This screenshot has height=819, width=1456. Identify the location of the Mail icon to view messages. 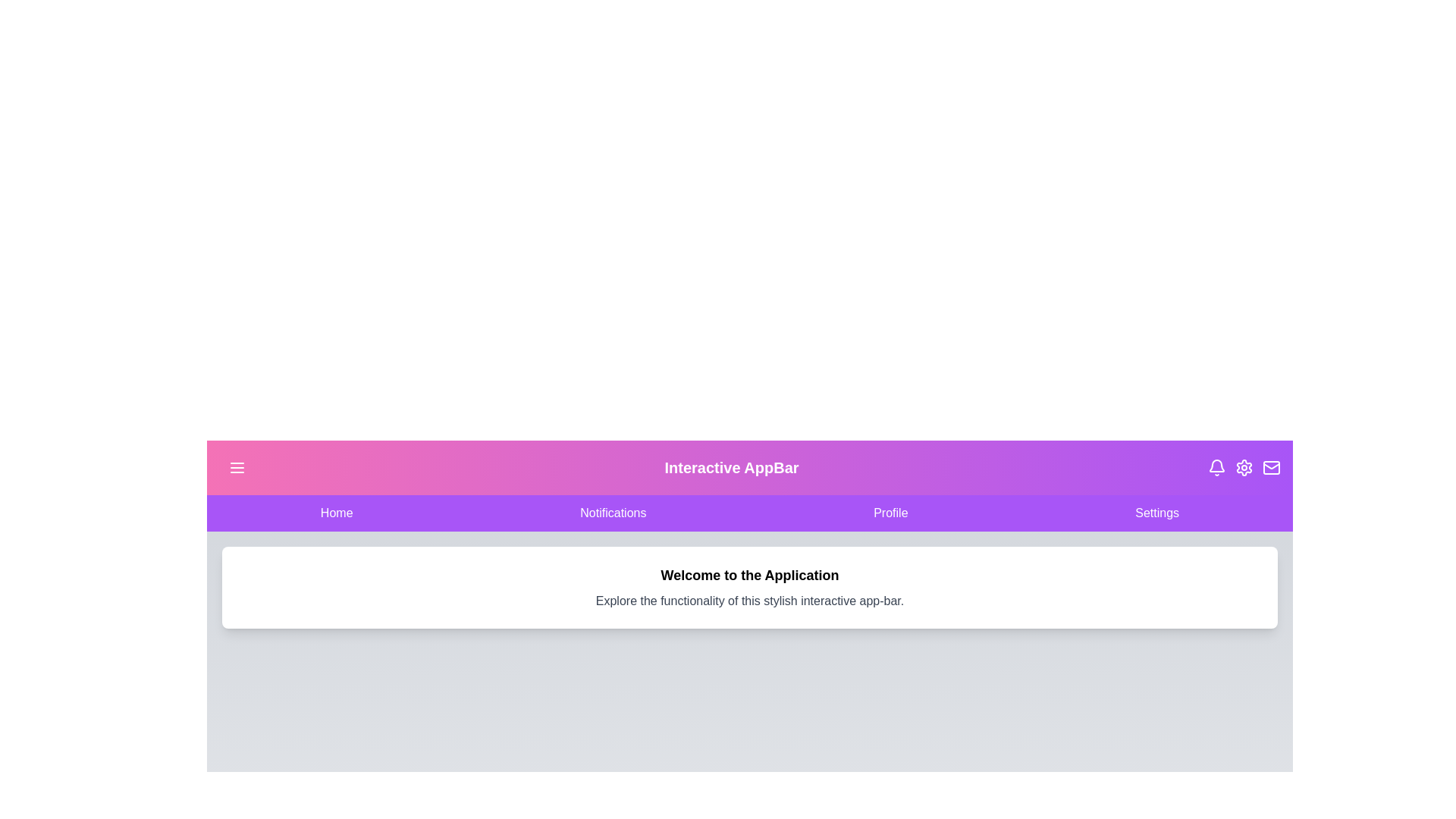
(1271, 467).